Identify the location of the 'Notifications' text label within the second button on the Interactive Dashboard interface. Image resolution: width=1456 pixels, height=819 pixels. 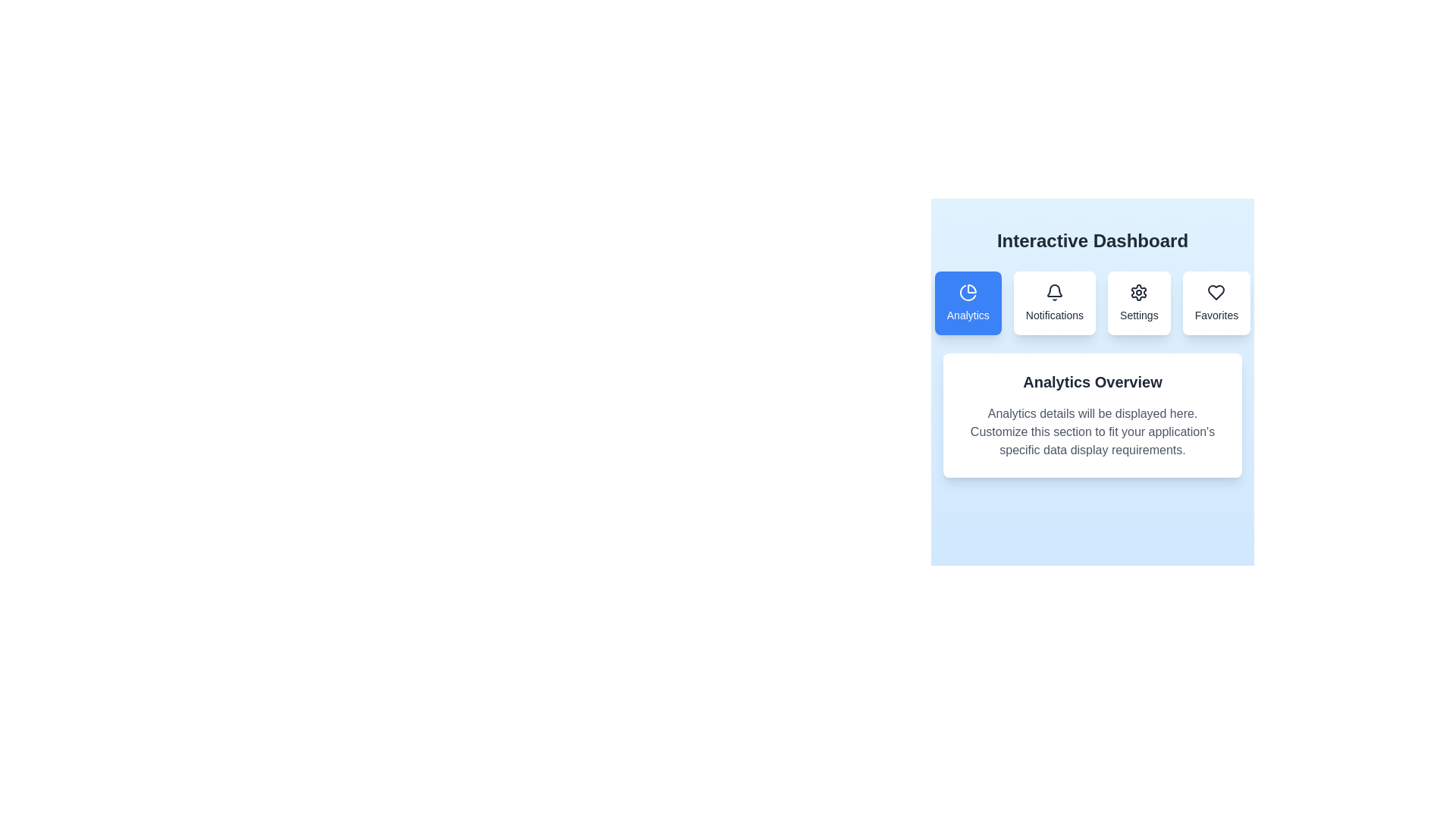
(1053, 315).